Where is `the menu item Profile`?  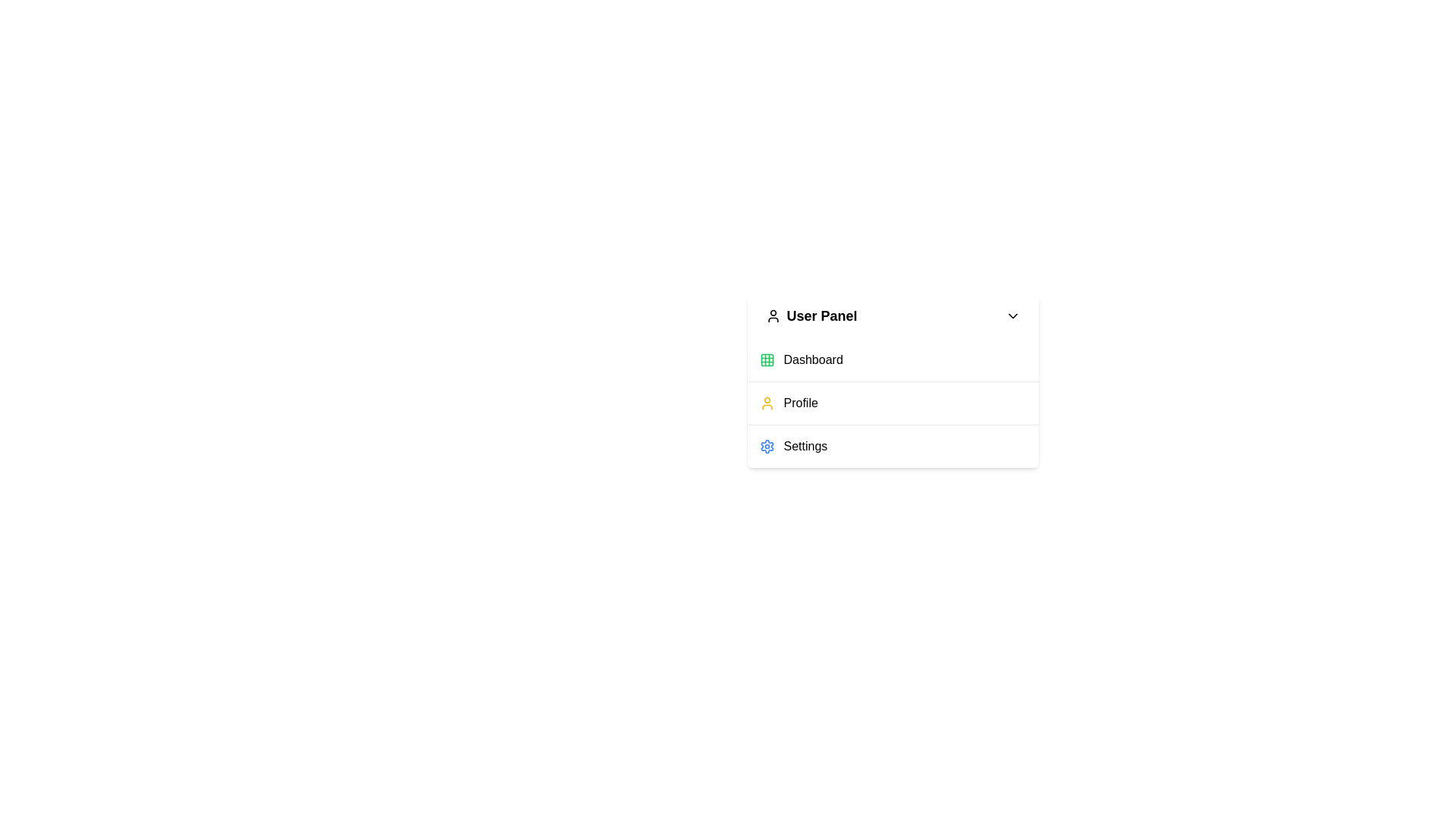 the menu item Profile is located at coordinates (893, 402).